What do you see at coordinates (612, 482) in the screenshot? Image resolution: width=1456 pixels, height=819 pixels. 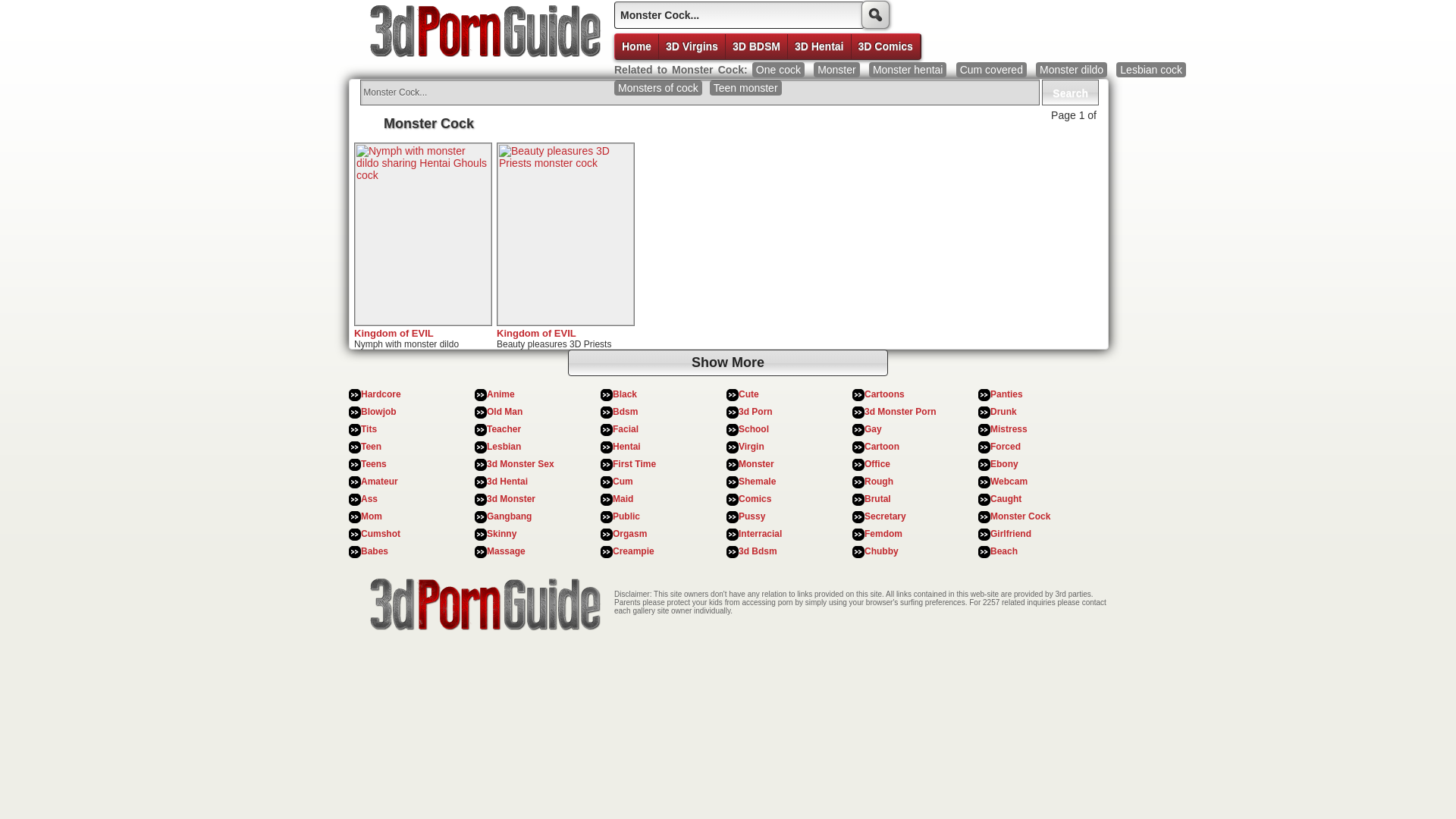 I see `'Cum'` at bounding box center [612, 482].